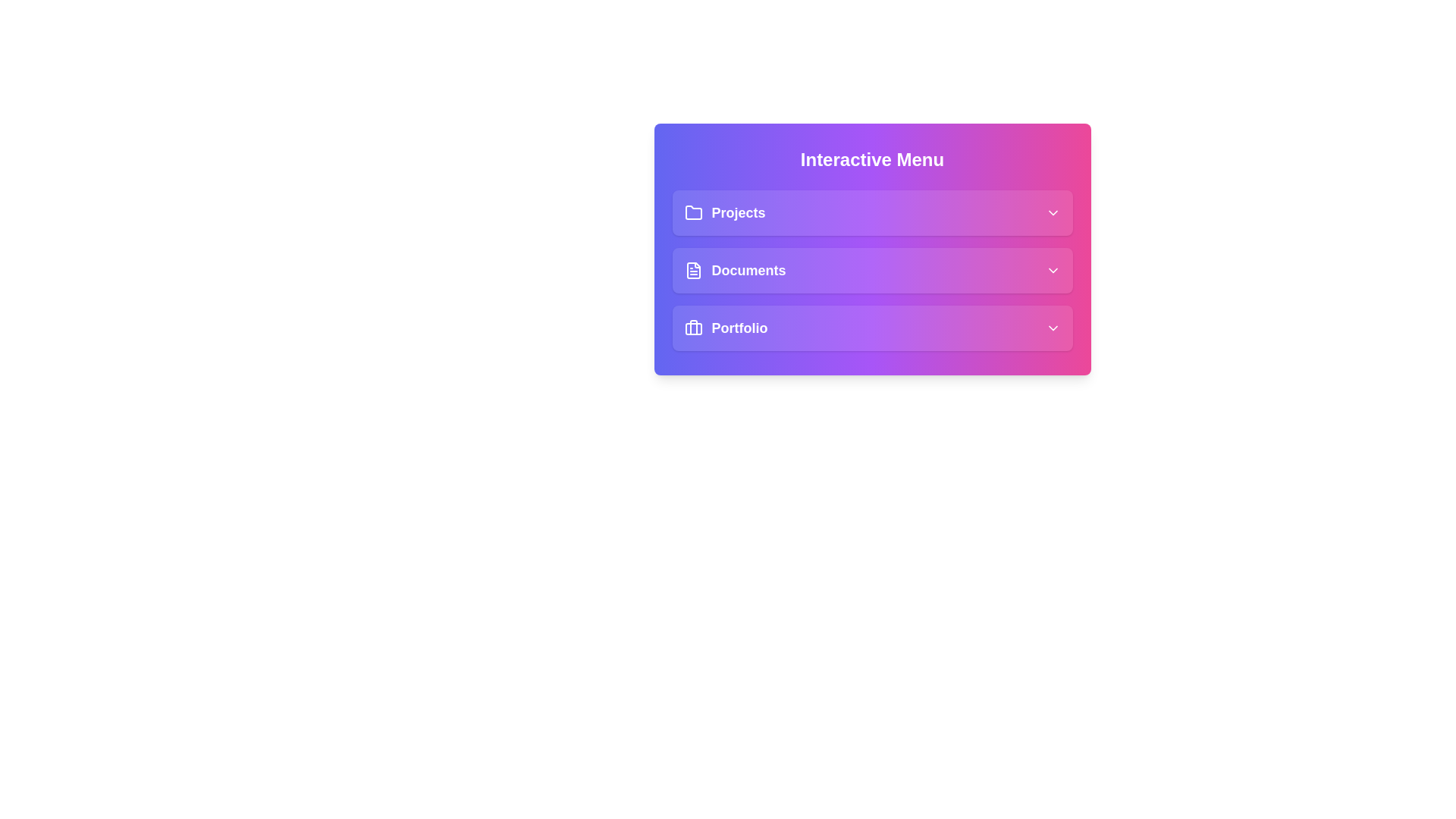  What do you see at coordinates (739, 213) in the screenshot?
I see `the 'Projects' text label, which is located in the first row of the vertically stacked menu section, right of the folder icon and below the 'Interactive Menu' heading` at bounding box center [739, 213].